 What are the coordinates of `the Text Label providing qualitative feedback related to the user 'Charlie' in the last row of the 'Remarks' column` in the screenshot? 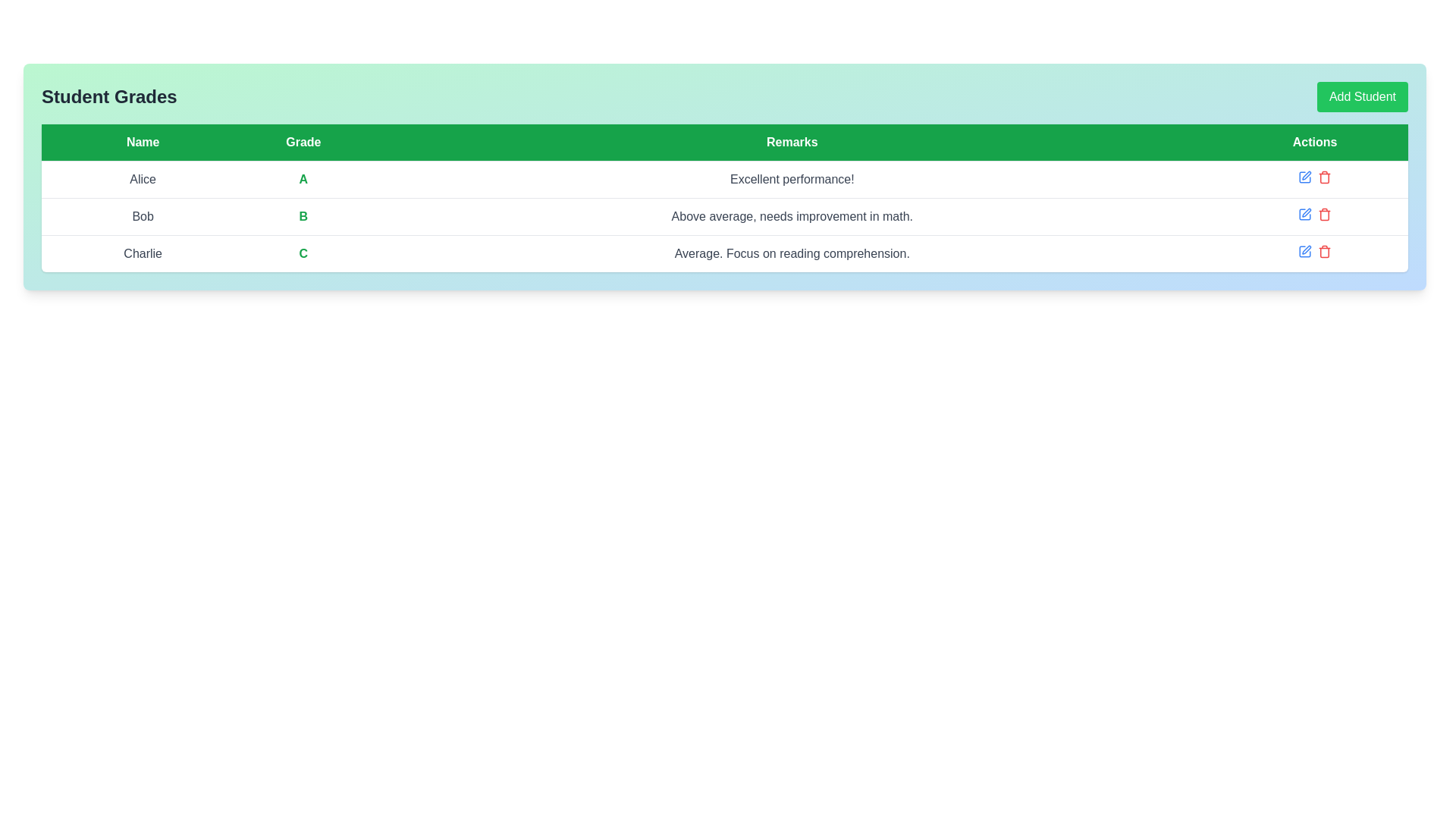 It's located at (791, 253).